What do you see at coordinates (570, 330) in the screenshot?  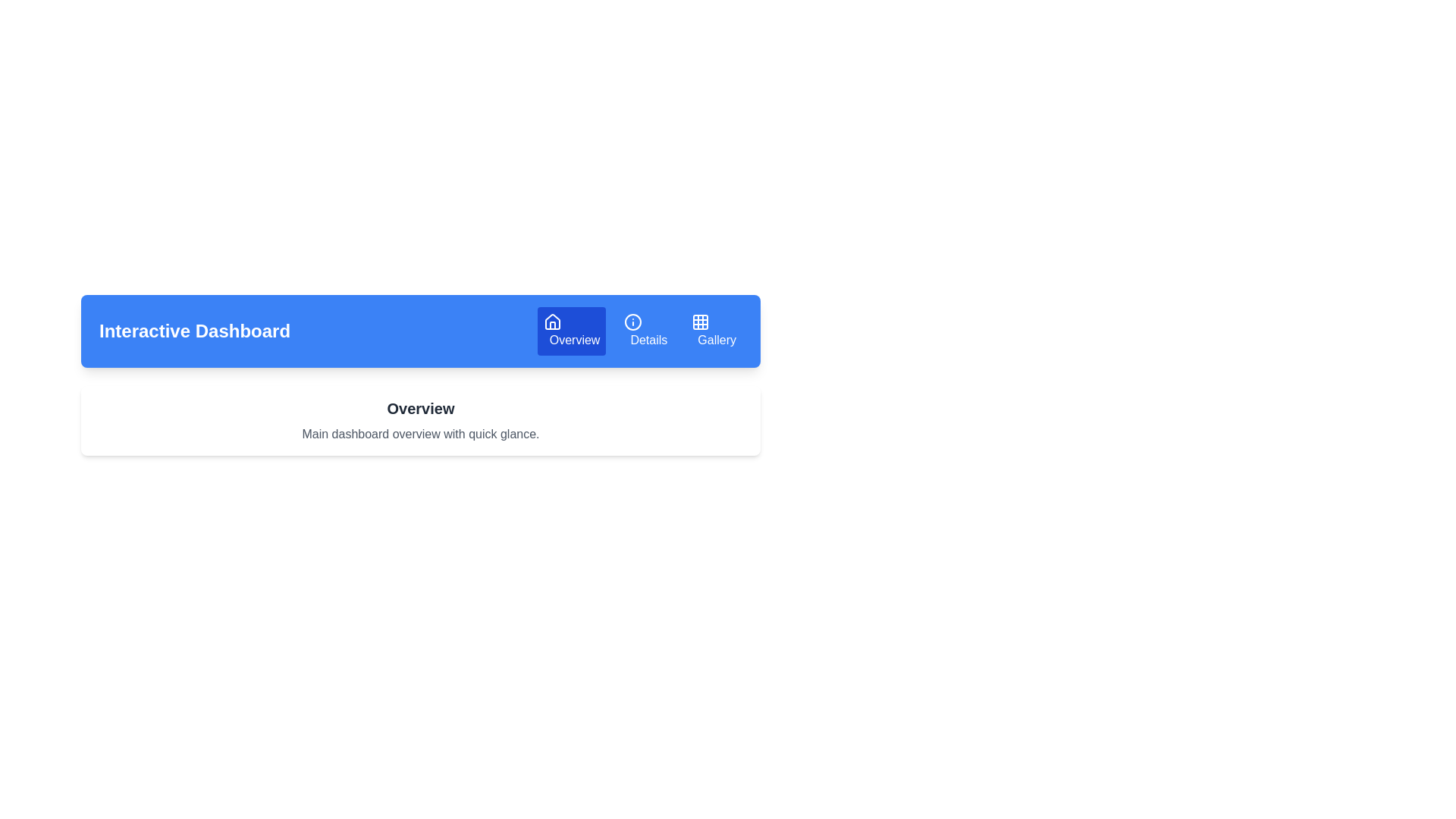 I see `the 'Overview' tab to activate it` at bounding box center [570, 330].